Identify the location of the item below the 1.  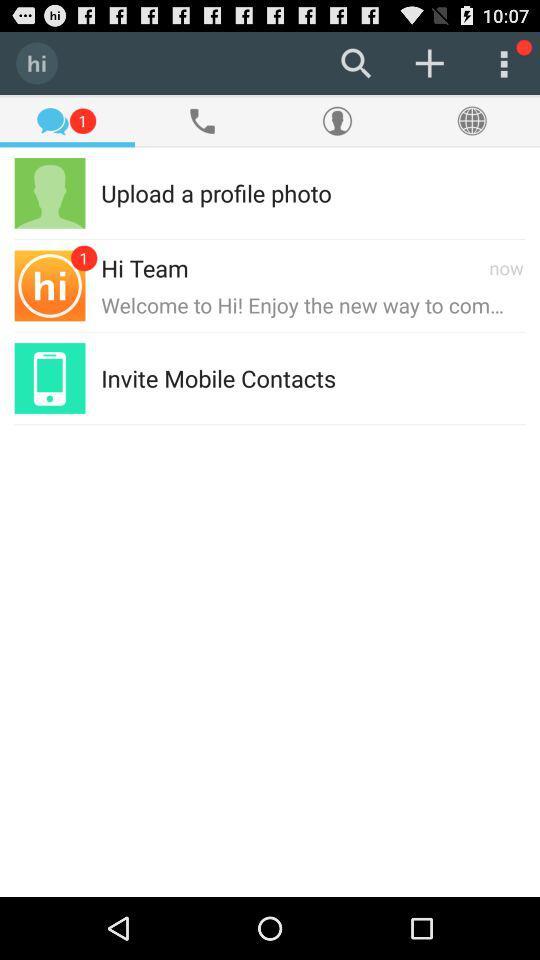
(215, 192).